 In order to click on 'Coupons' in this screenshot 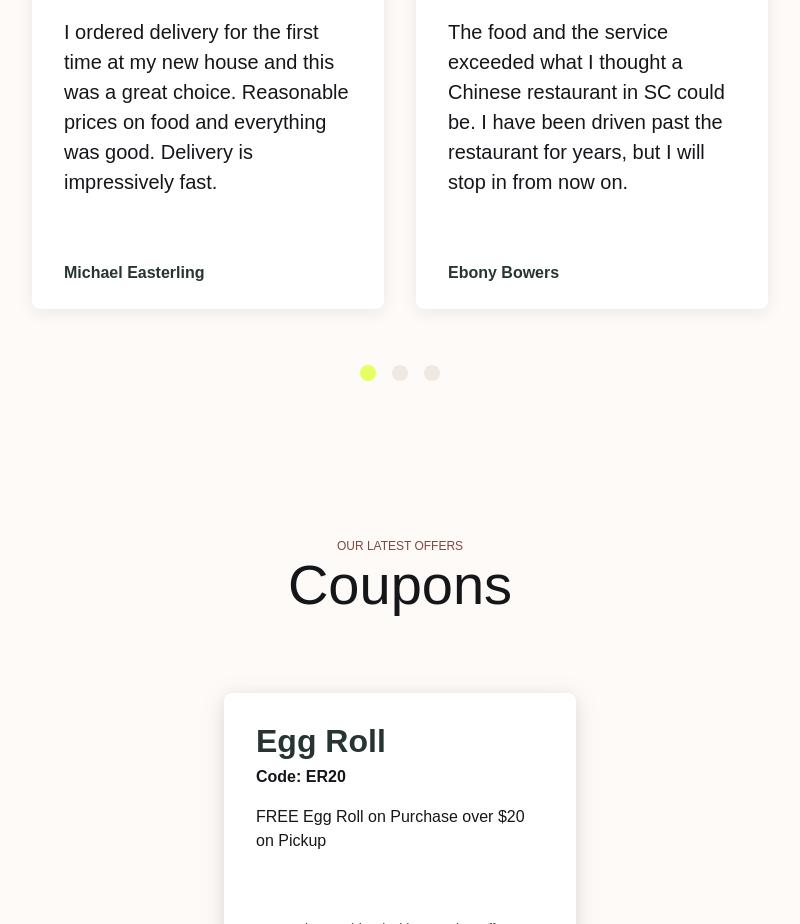, I will do `click(398, 584)`.